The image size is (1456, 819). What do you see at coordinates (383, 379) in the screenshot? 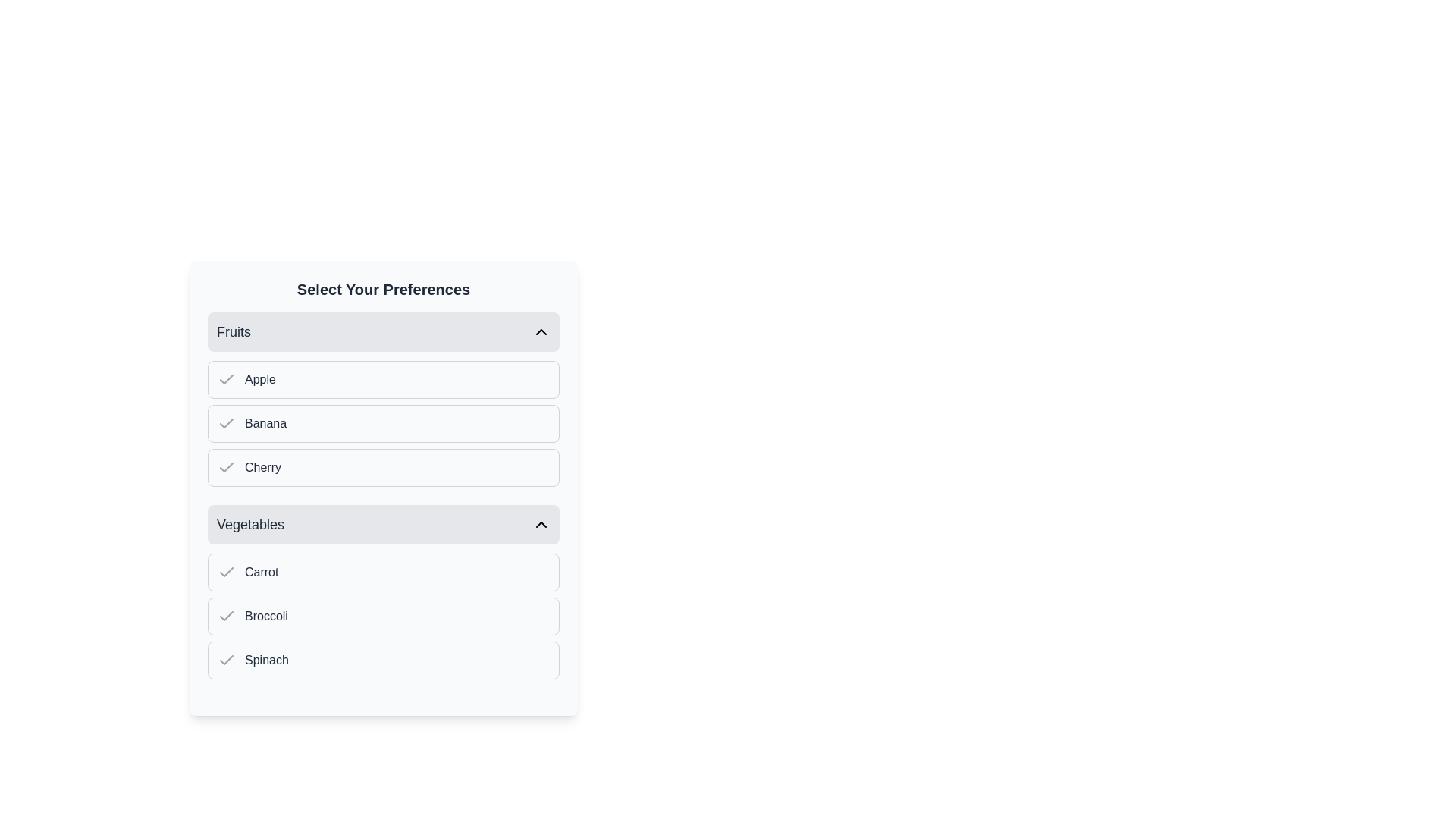
I see `the selectable list item for 'Apple' within the 'Fruits' category` at bounding box center [383, 379].